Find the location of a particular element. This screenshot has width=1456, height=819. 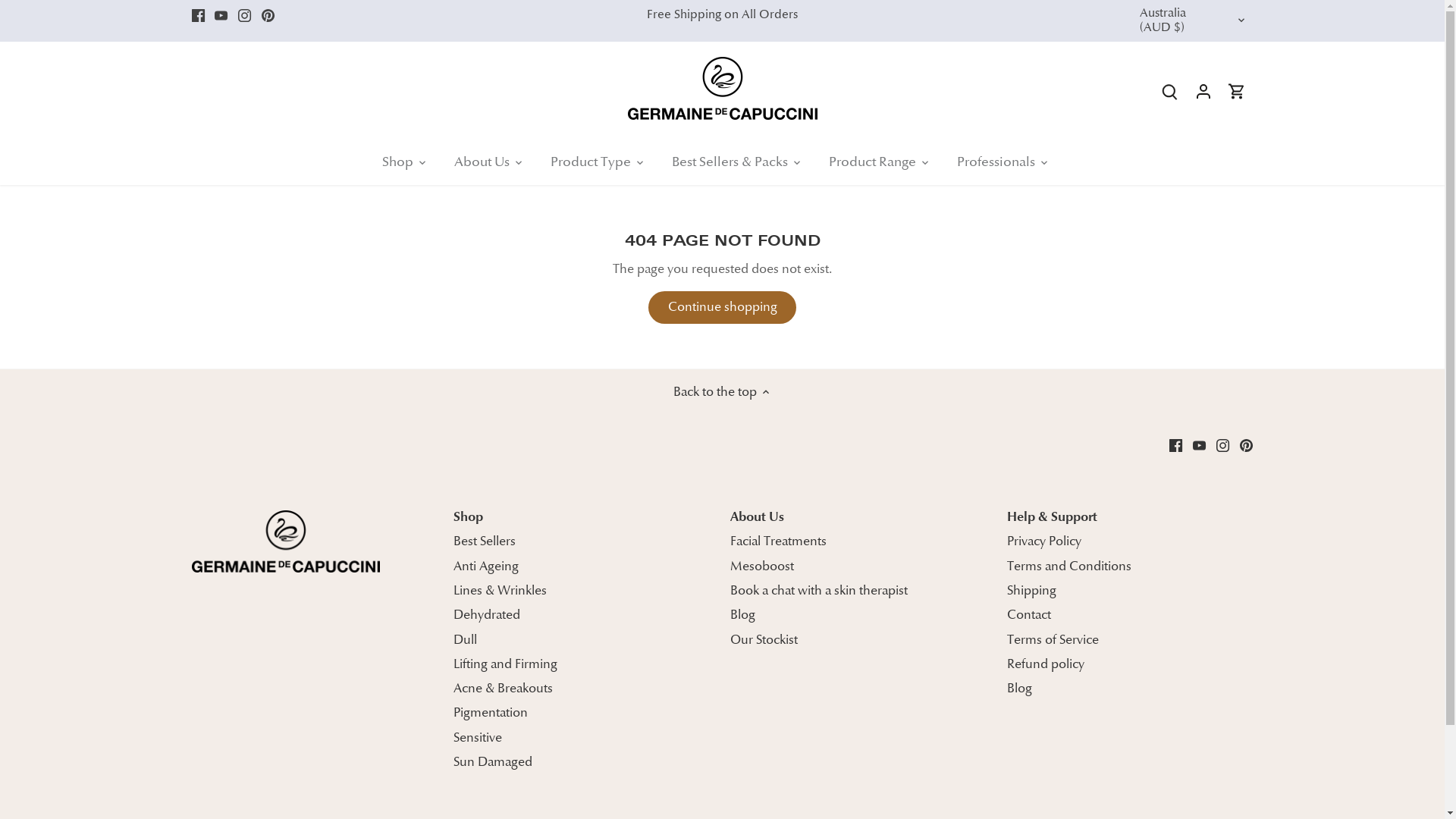

'Australia (AUD $)' is located at coordinates (1192, 20).